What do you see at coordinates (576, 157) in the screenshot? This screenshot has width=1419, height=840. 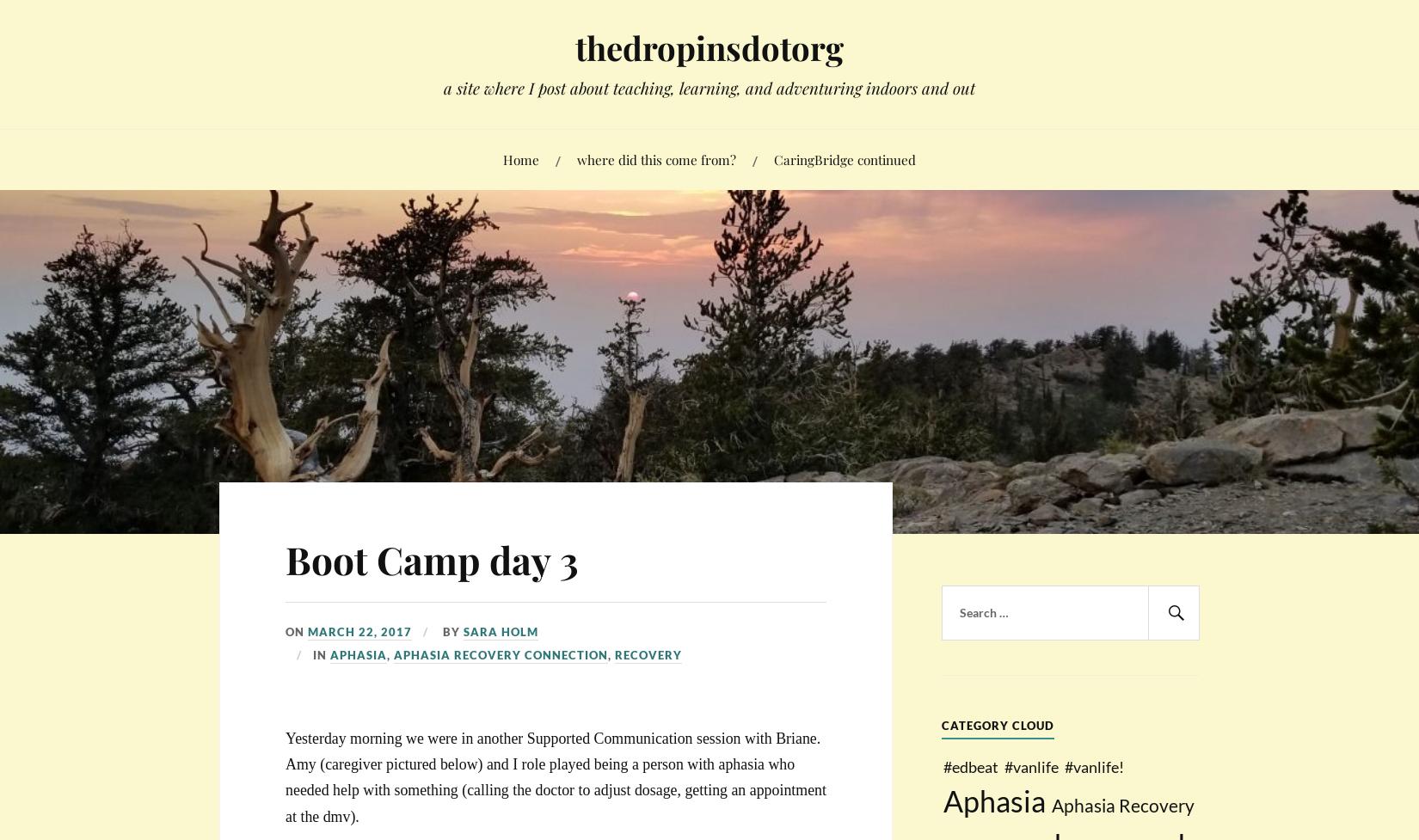 I see `'where did this come from?'` at bounding box center [576, 157].